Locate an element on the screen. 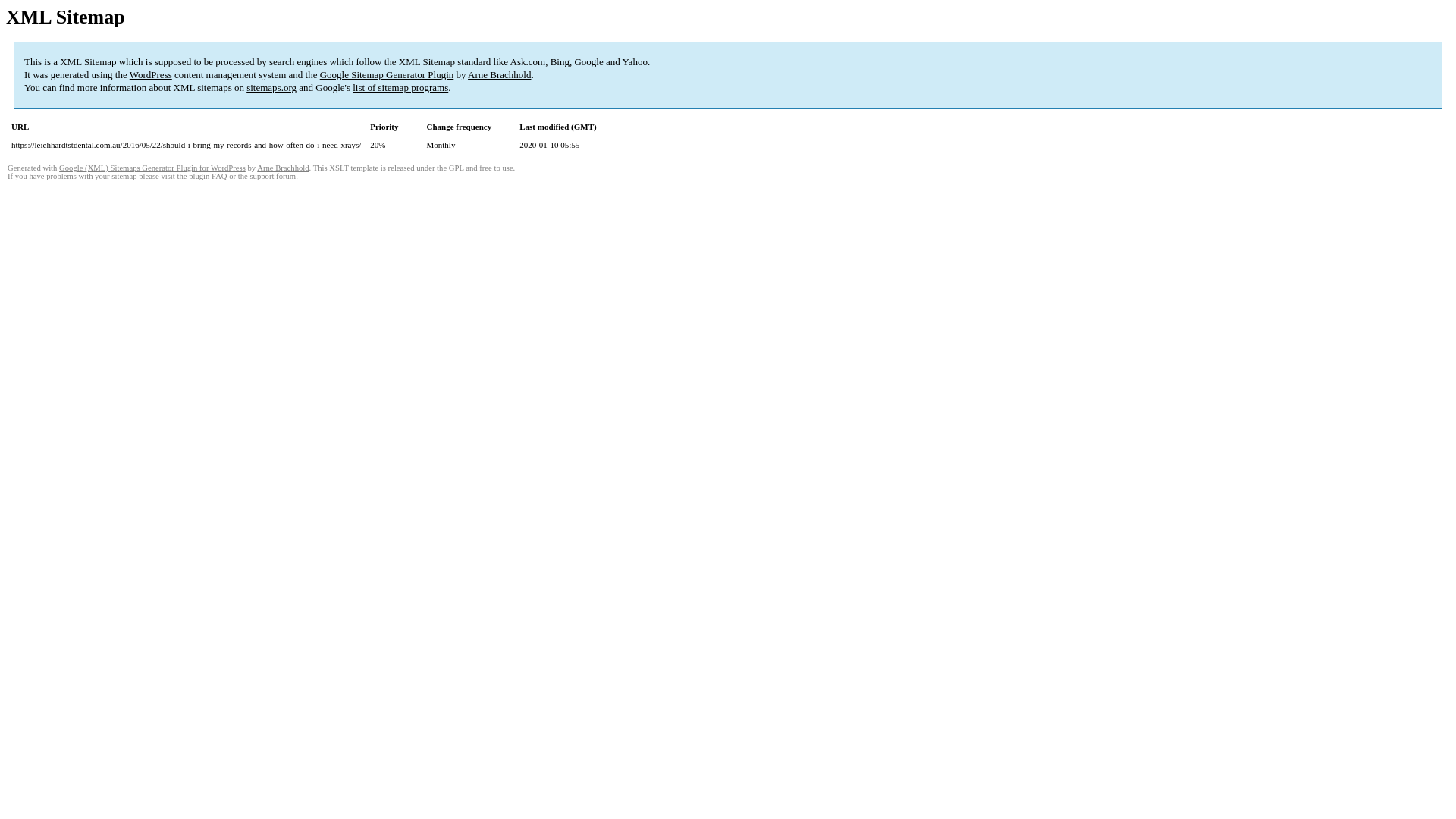 Image resolution: width=1456 pixels, height=819 pixels. 'Arne Brachhold' is located at coordinates (499, 74).